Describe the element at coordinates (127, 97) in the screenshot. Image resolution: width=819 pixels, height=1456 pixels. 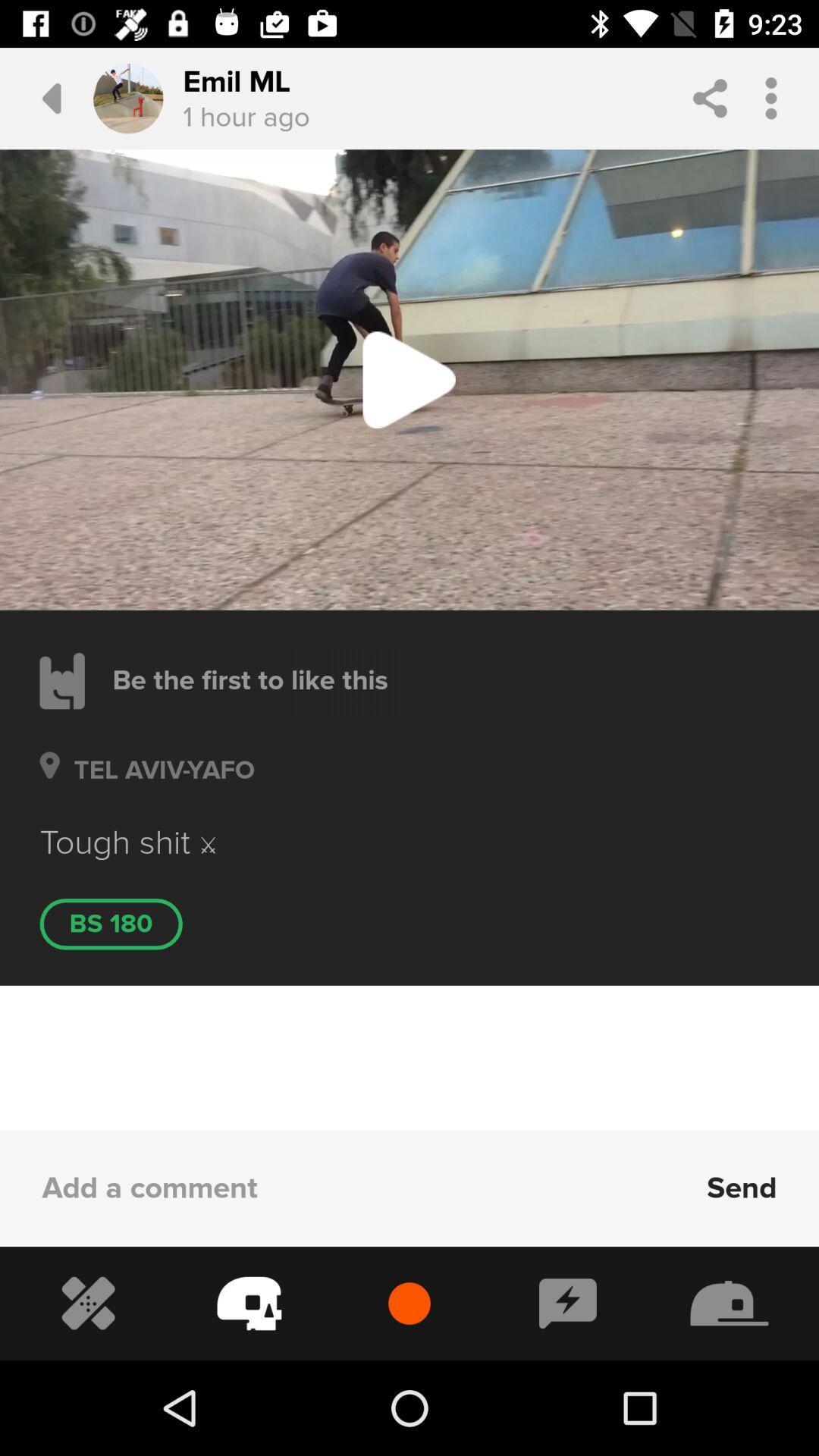
I see `the image on the right next to the top left corner button on the web page` at that location.